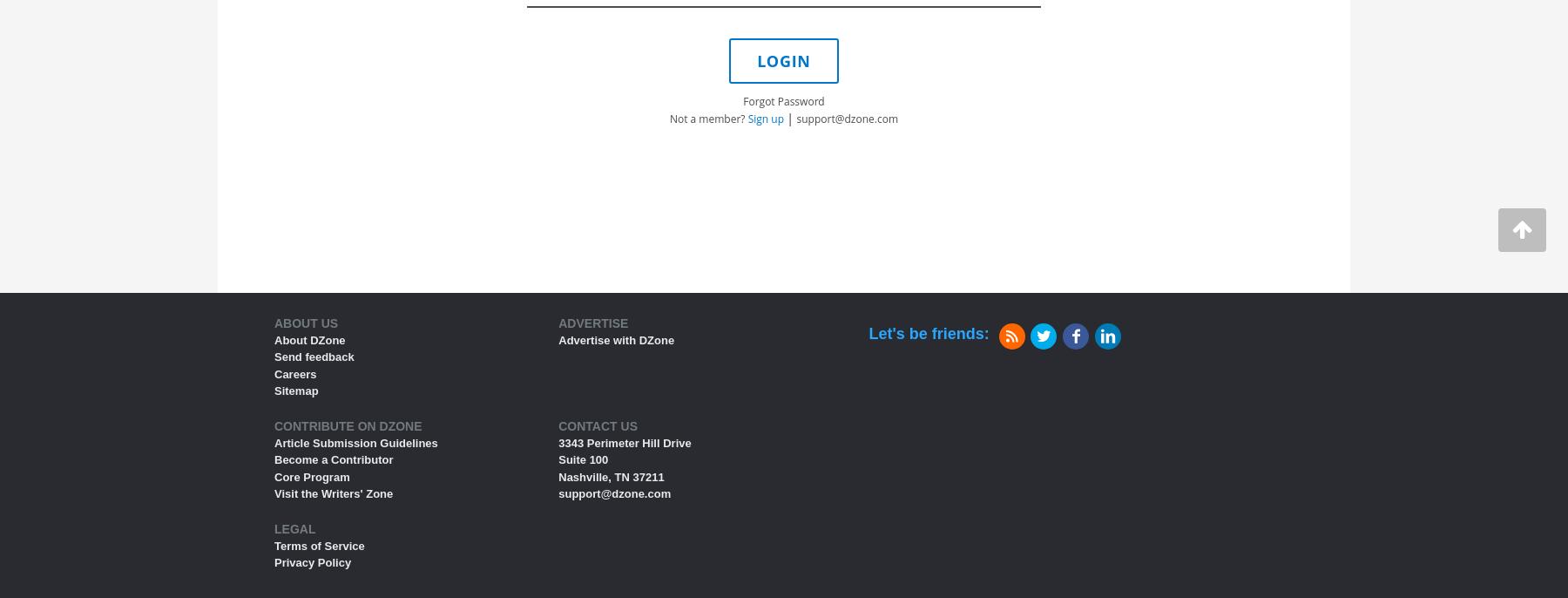  What do you see at coordinates (790, 117) in the screenshot?
I see `'|'` at bounding box center [790, 117].